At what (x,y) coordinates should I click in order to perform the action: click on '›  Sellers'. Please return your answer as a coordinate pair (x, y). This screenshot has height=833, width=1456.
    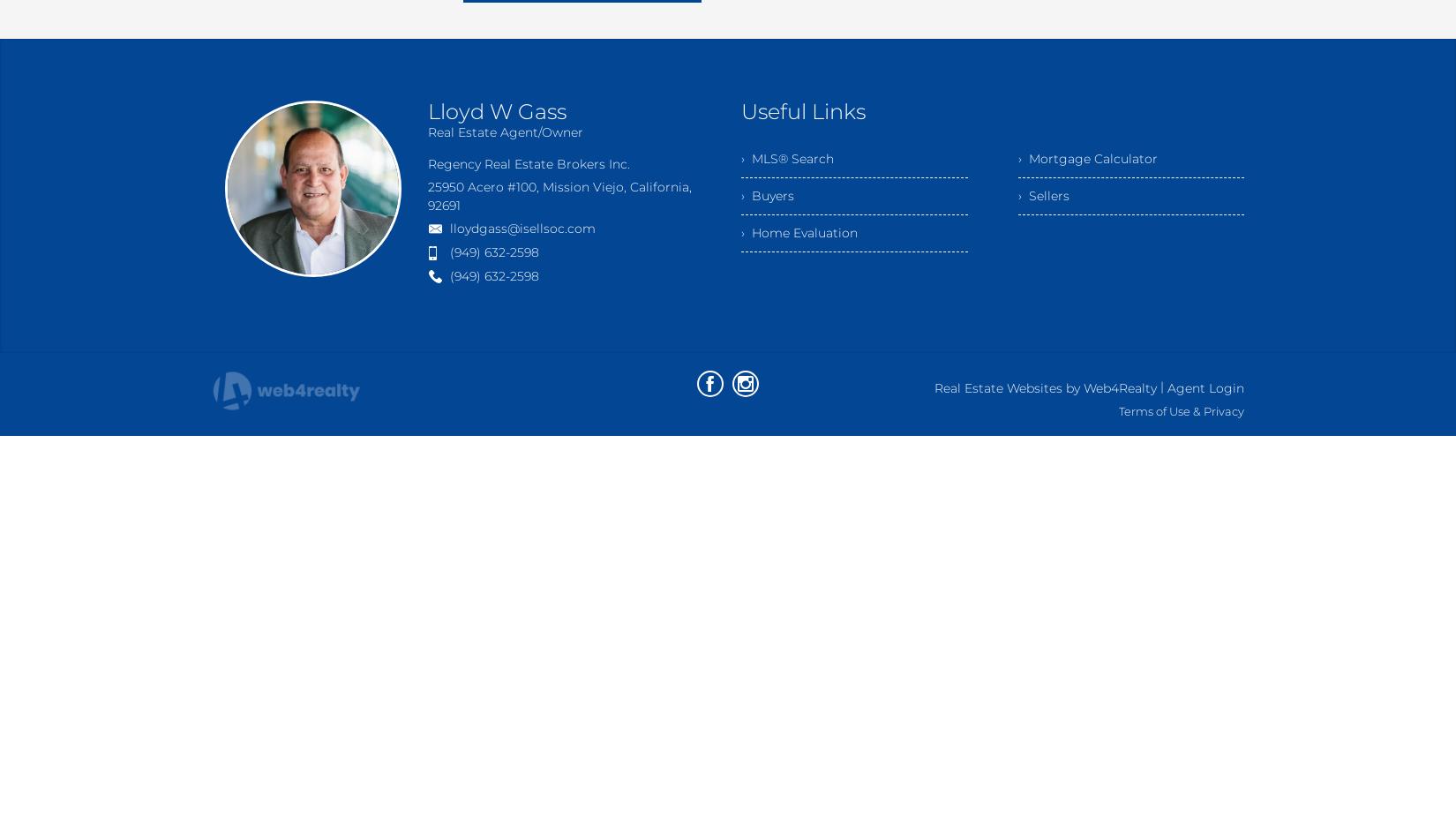
    Looking at the image, I should click on (1043, 195).